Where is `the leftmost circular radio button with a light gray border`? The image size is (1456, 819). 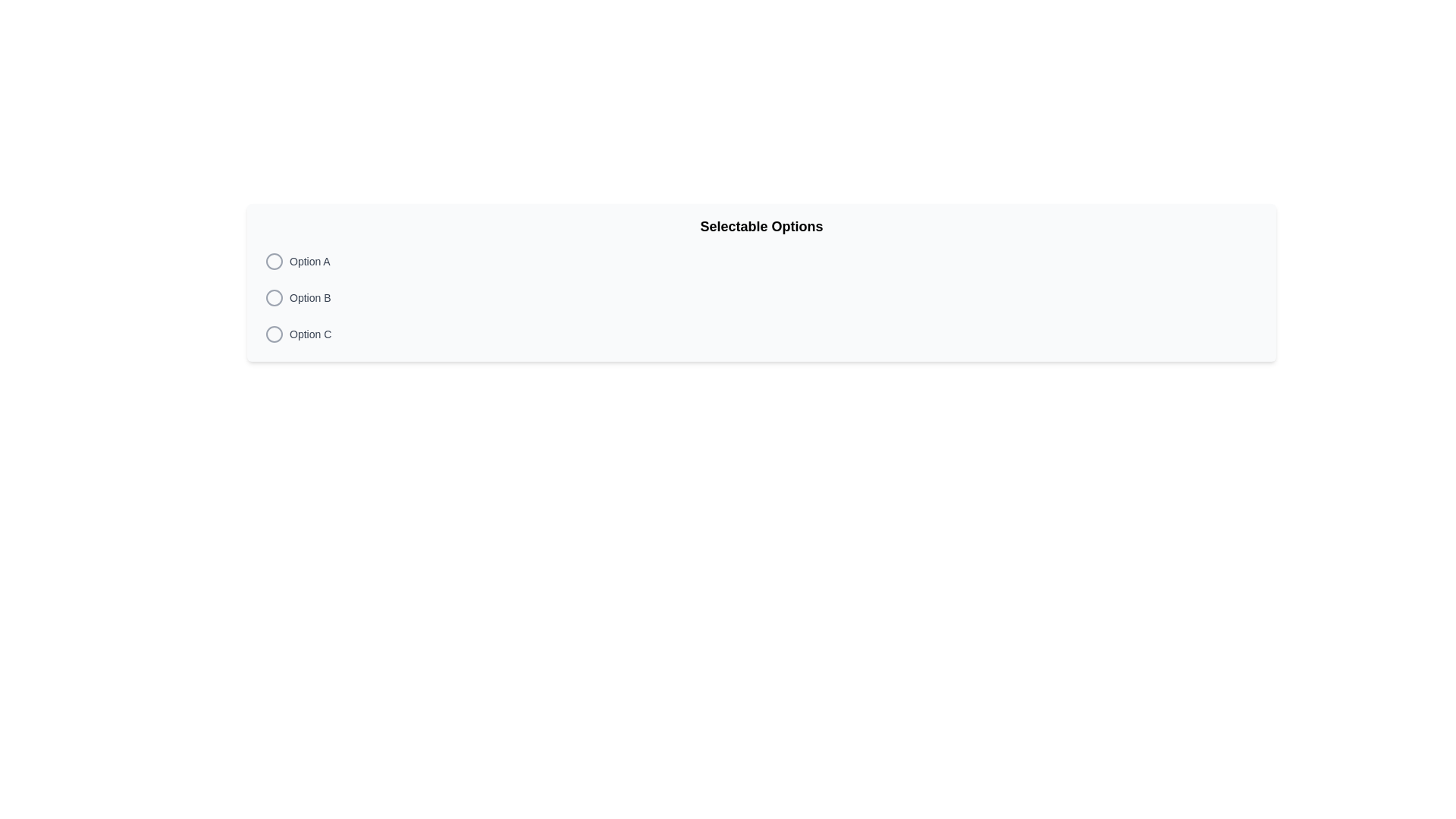
the leftmost circular radio button with a light gray border is located at coordinates (274, 260).